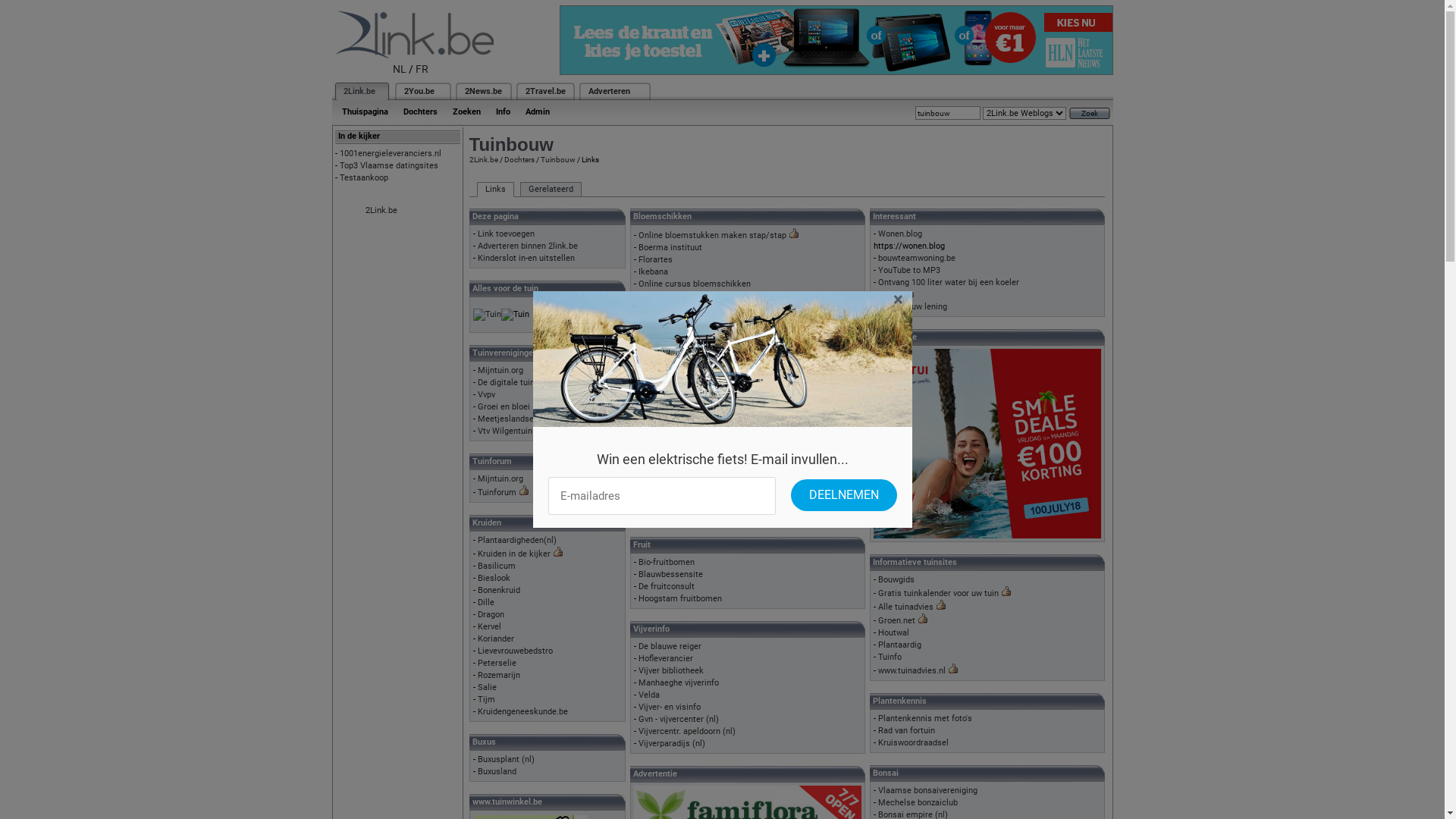 This screenshot has width=1456, height=819. I want to click on 'Tijm', so click(486, 699).